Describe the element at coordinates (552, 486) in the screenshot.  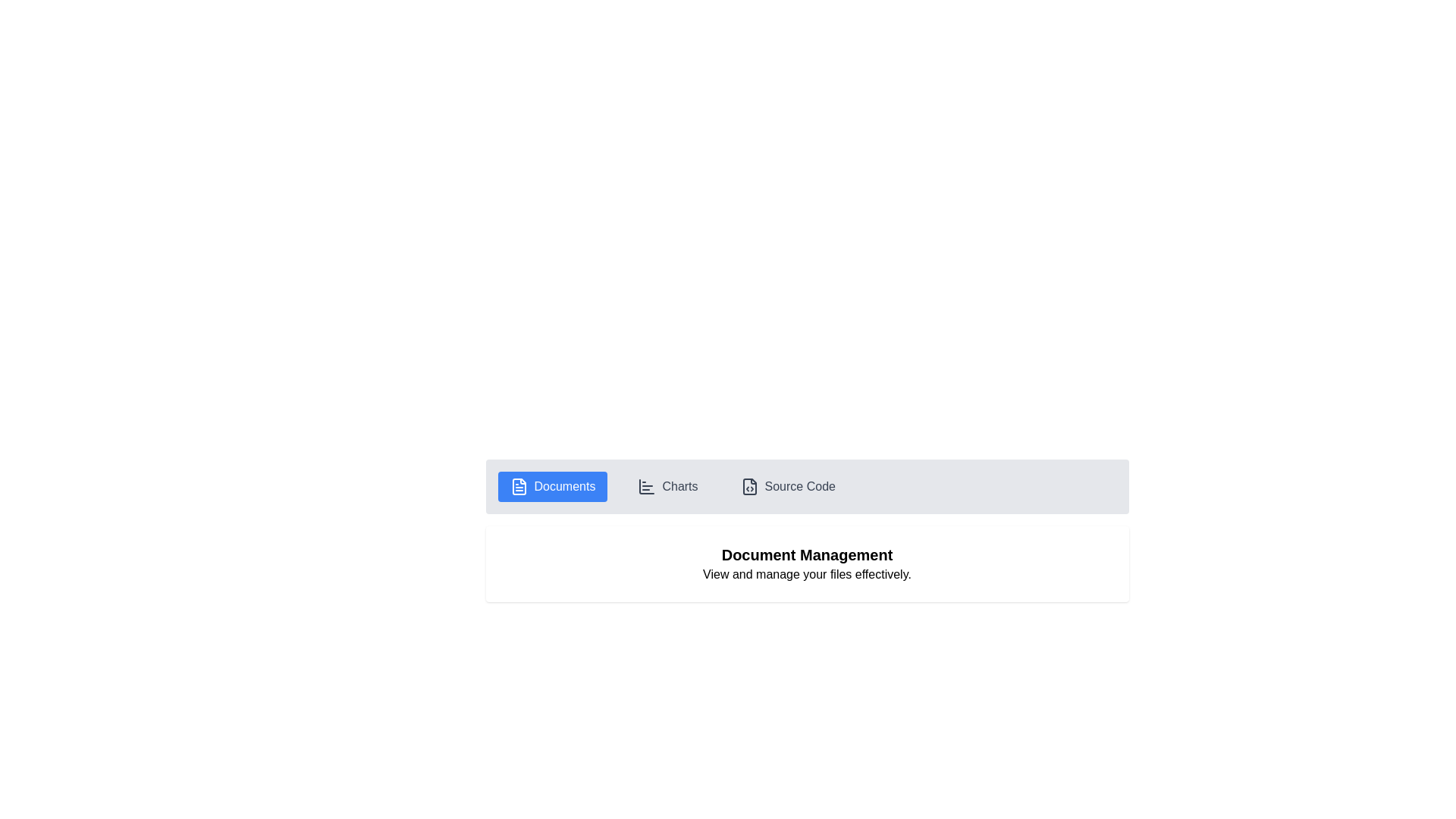
I see `the blue rectangular button labeled 'Documents' with a document icon on the left` at that location.